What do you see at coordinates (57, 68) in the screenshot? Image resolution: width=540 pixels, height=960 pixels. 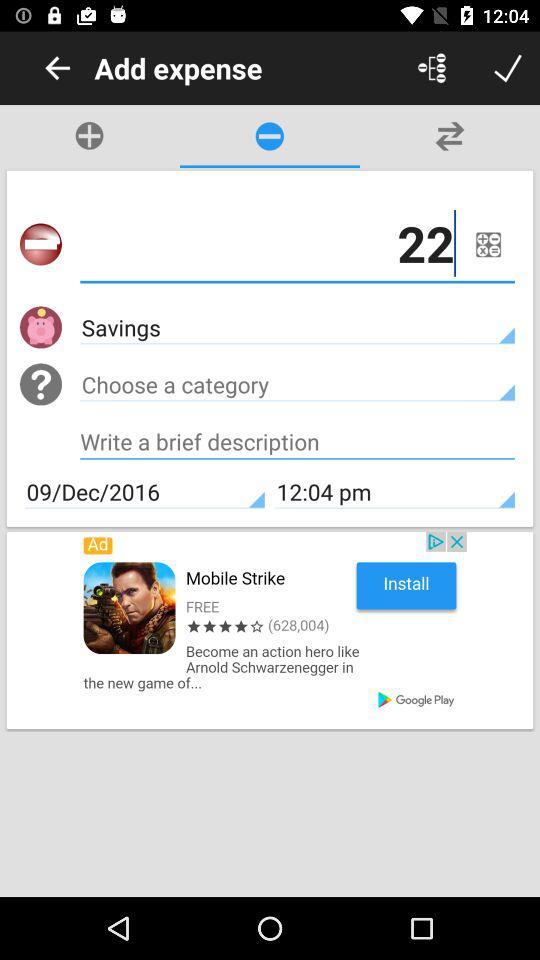 I see `go back` at bounding box center [57, 68].